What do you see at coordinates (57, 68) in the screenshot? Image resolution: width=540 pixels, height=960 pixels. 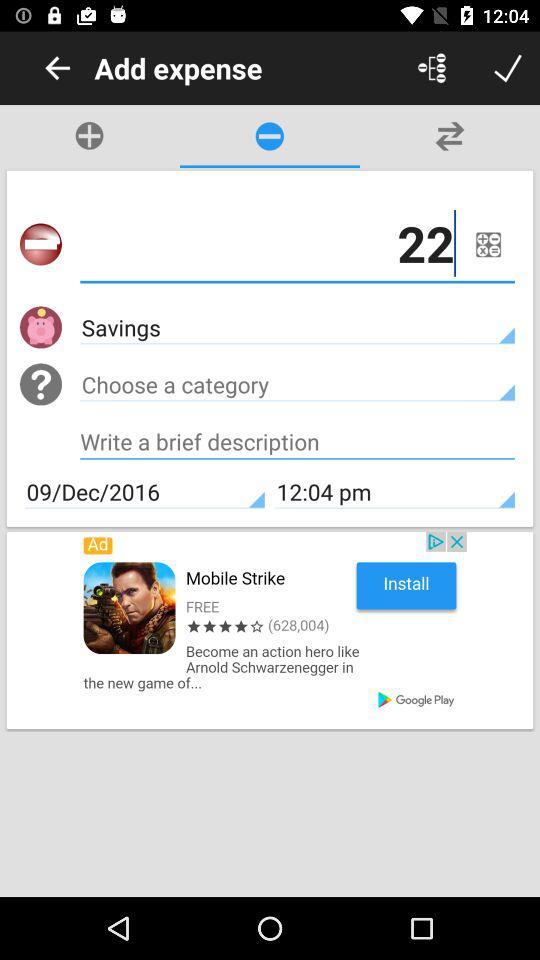 I see `go back` at bounding box center [57, 68].